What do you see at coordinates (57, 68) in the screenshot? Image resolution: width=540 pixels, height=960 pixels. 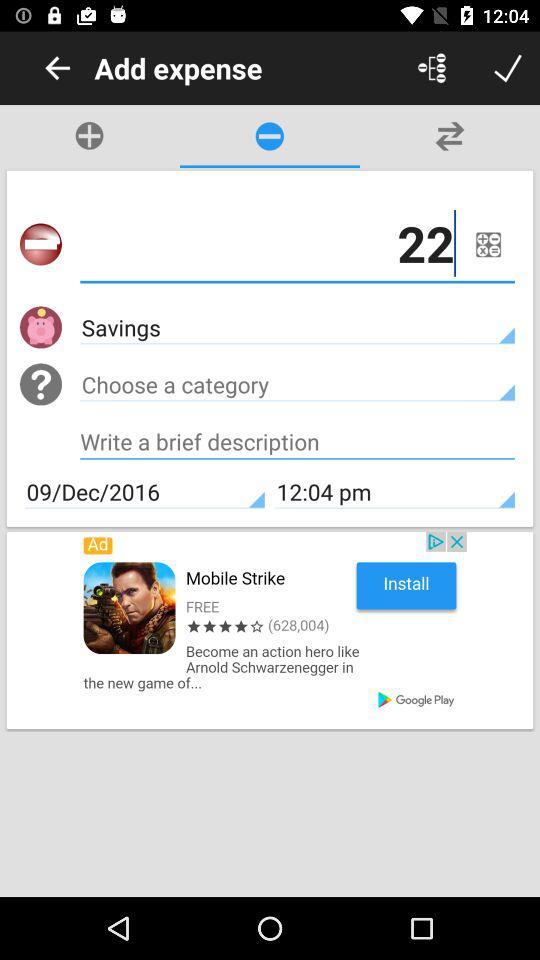 I see `go back` at bounding box center [57, 68].